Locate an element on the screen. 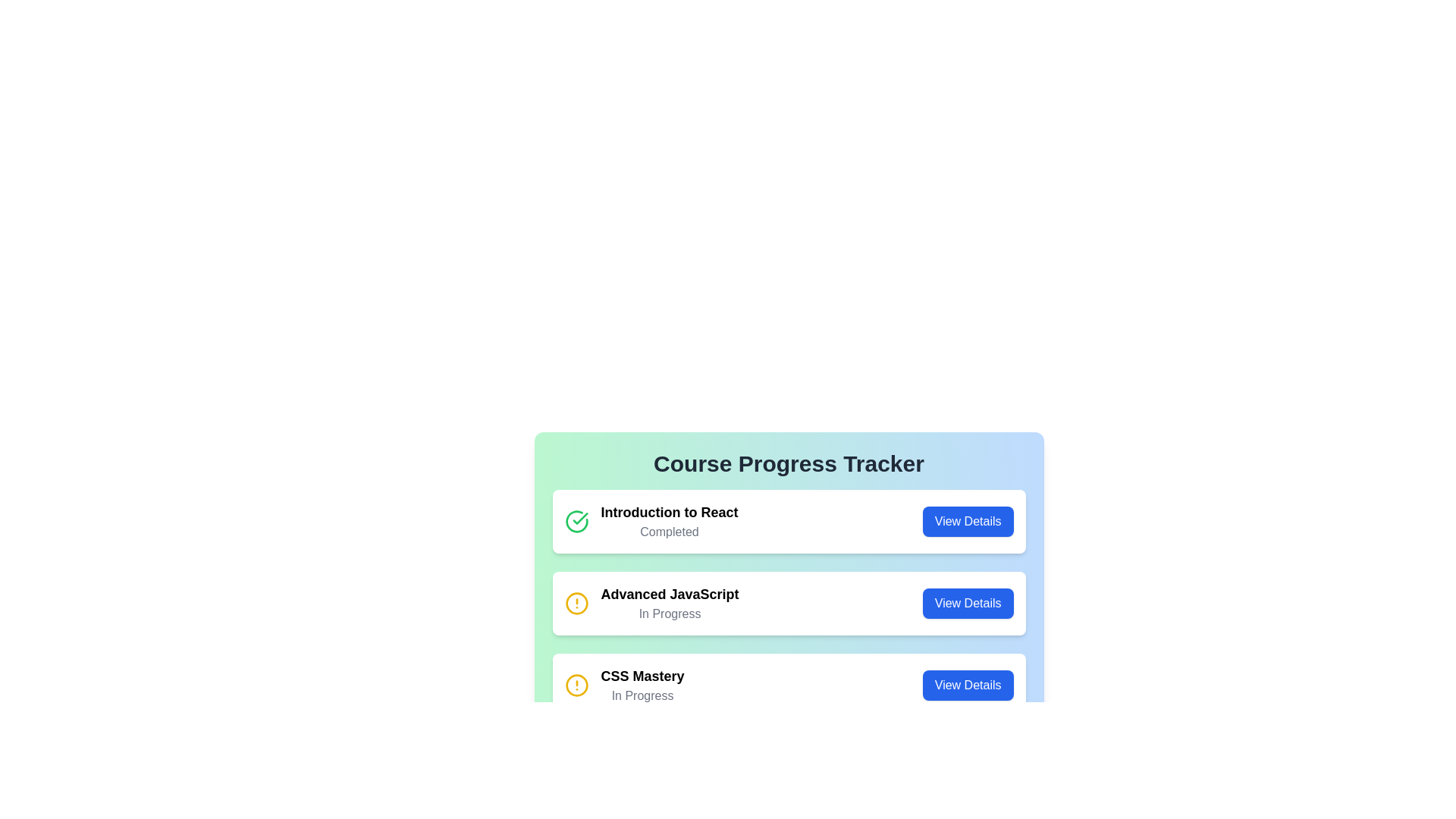  the 'Introduction to React' text label in the course progress tracker is located at coordinates (651, 520).